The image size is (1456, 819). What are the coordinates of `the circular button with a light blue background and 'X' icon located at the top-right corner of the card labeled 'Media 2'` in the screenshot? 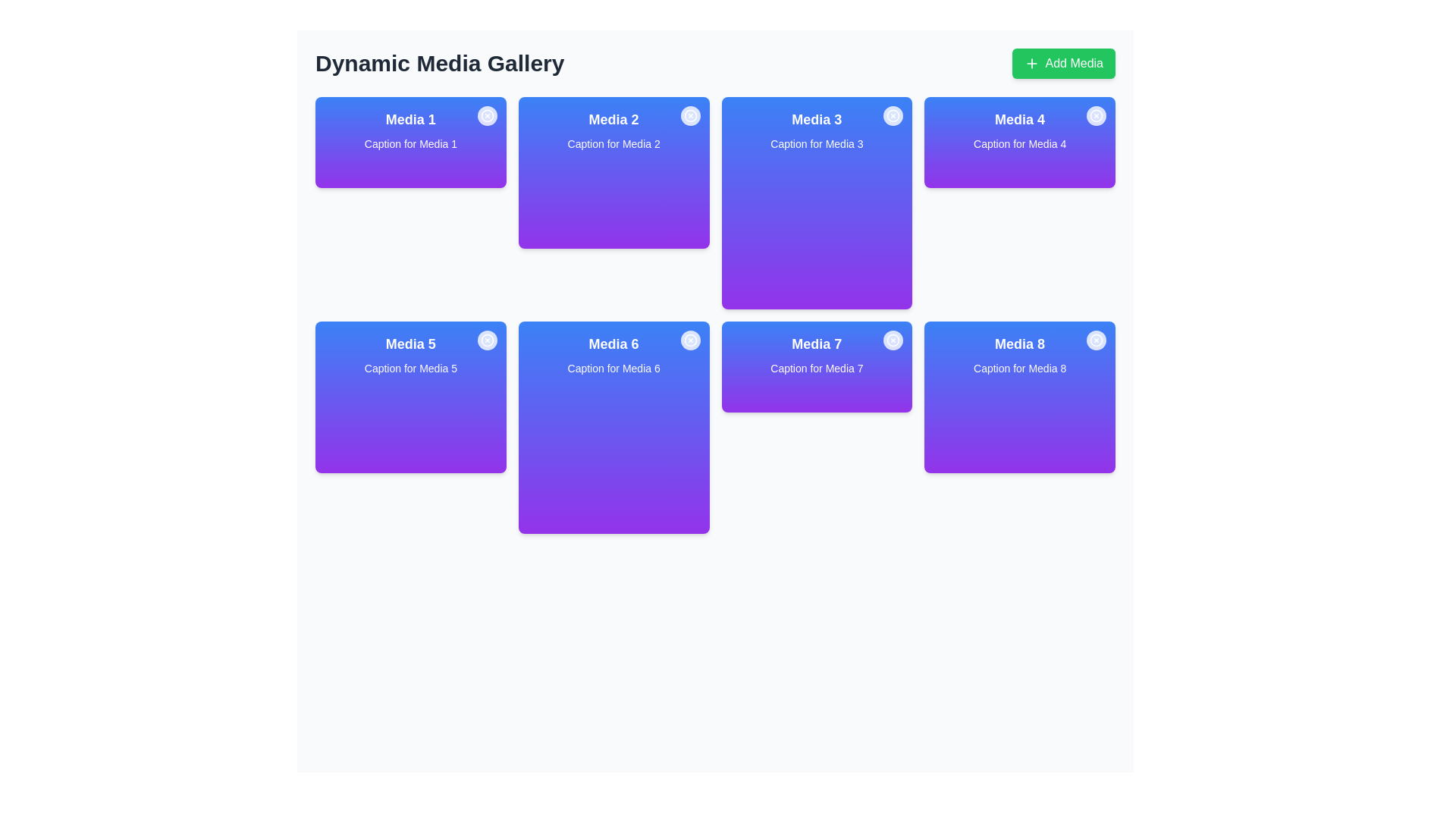 It's located at (689, 116).